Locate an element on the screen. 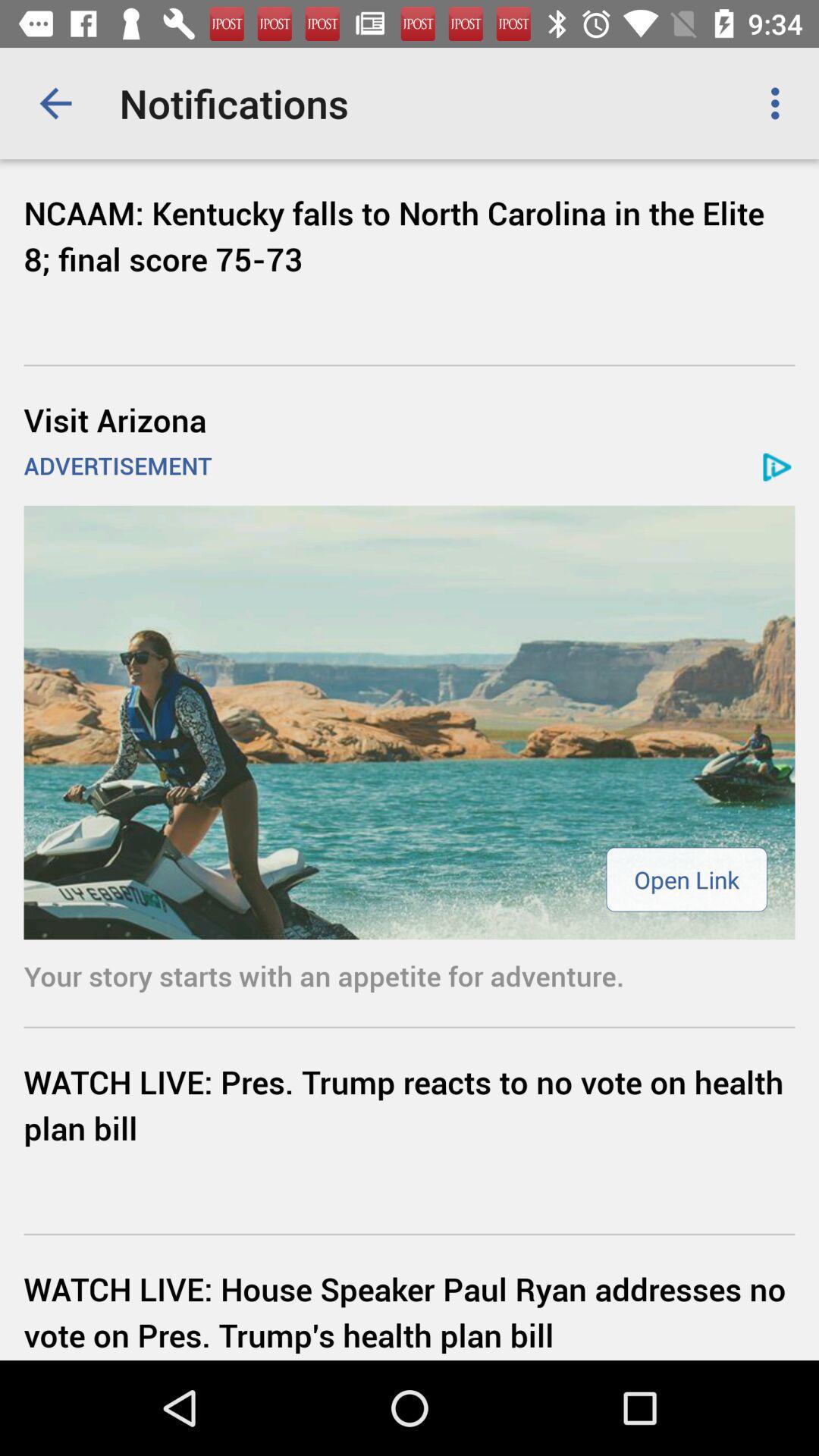 The width and height of the screenshot is (819, 1456). item next to notifications is located at coordinates (55, 102).